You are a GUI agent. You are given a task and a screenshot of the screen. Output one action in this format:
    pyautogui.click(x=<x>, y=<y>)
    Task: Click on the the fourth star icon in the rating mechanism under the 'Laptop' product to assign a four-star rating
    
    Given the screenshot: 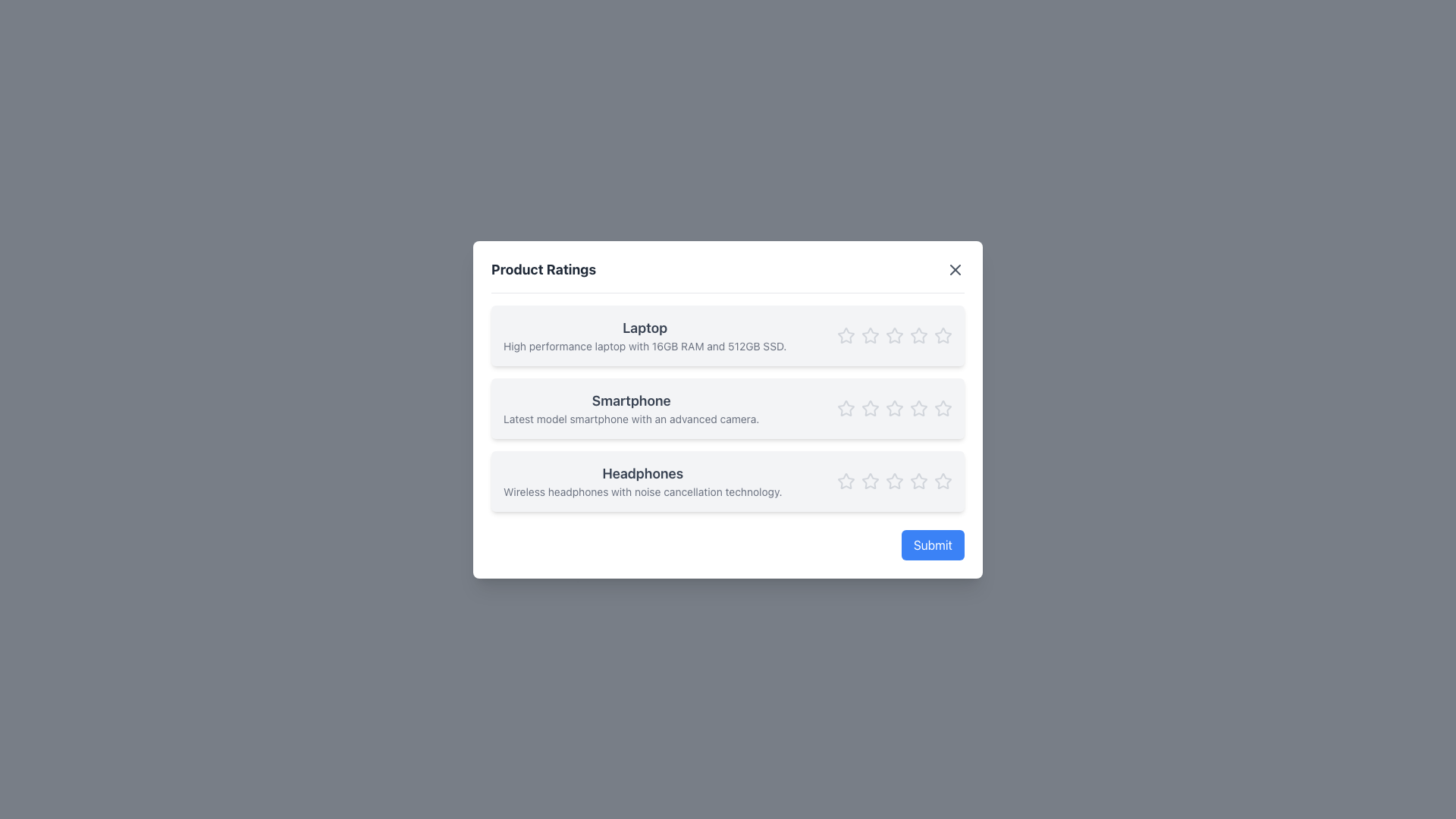 What is the action you would take?
    pyautogui.click(x=895, y=334)
    